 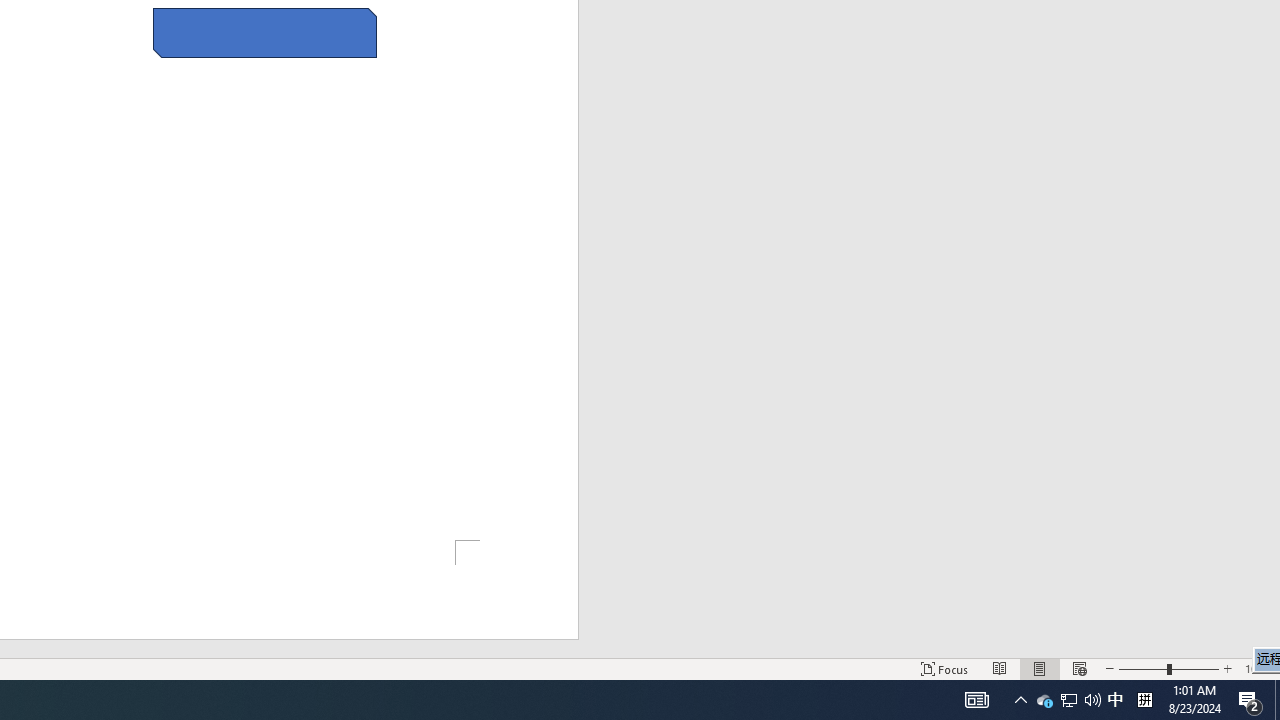 What do you see at coordinates (1000, 669) in the screenshot?
I see `'Read Mode'` at bounding box center [1000, 669].